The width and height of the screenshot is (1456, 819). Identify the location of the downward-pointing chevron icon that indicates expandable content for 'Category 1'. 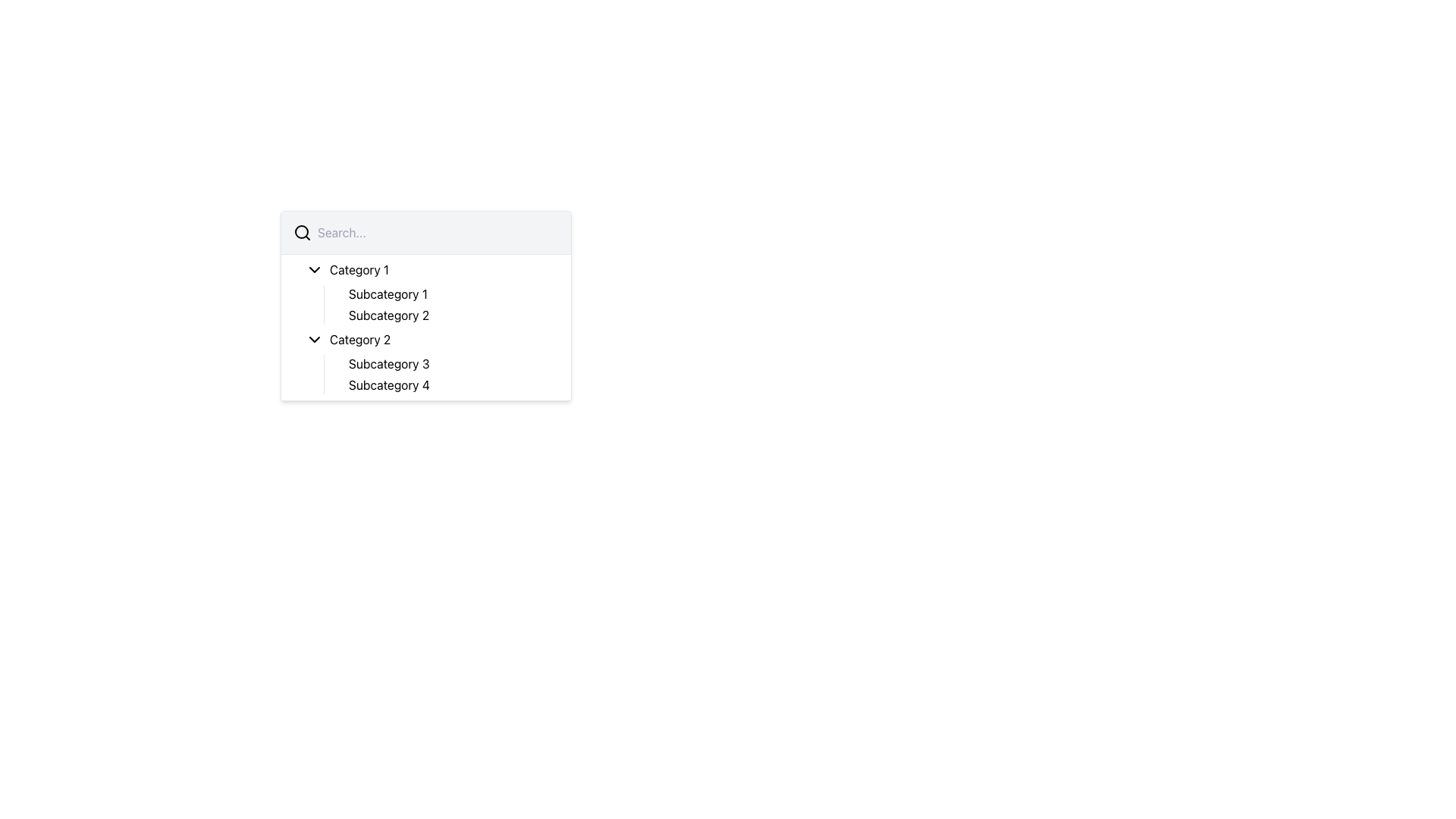
(313, 268).